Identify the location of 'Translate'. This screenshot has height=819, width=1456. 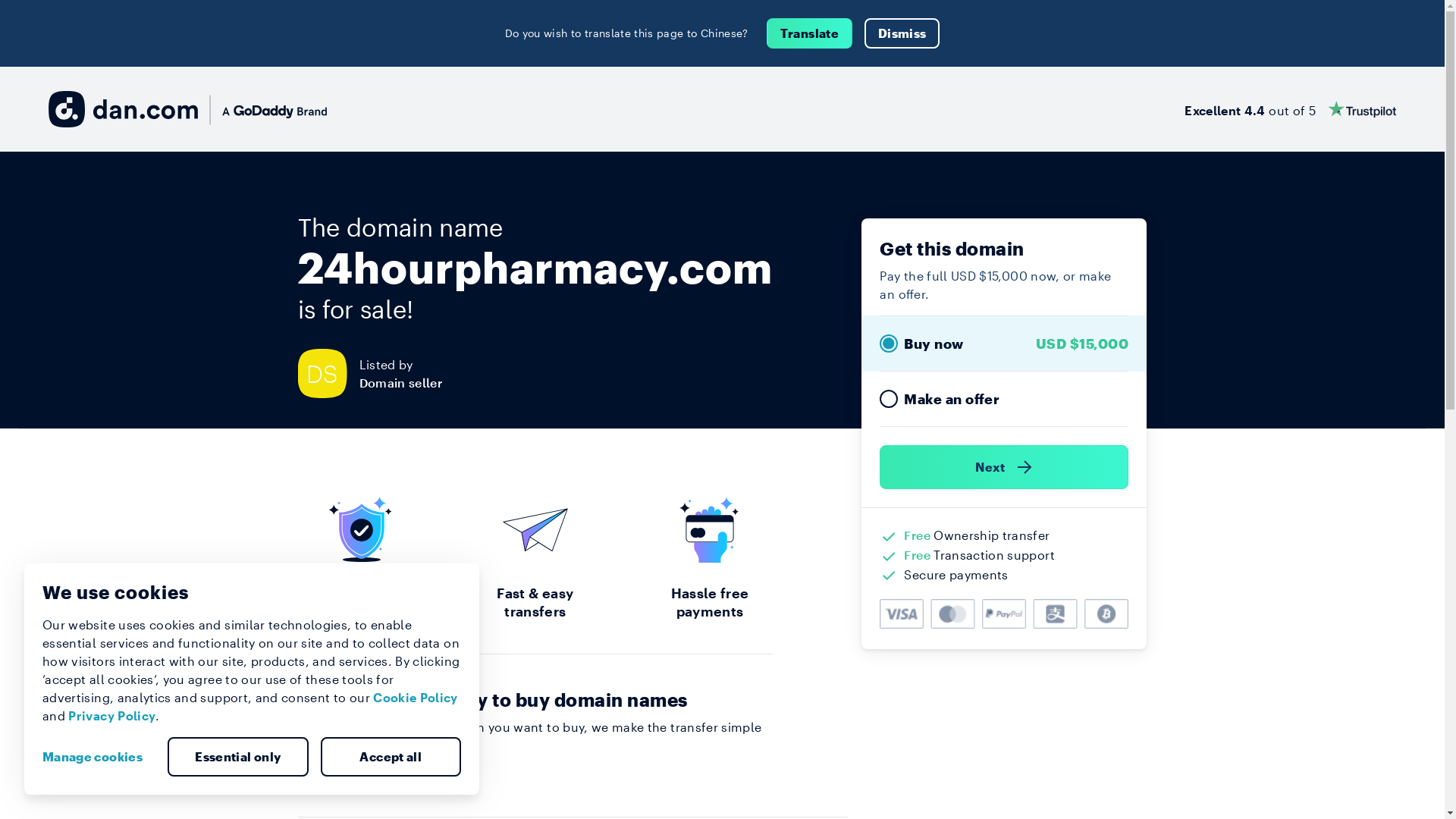
(808, 33).